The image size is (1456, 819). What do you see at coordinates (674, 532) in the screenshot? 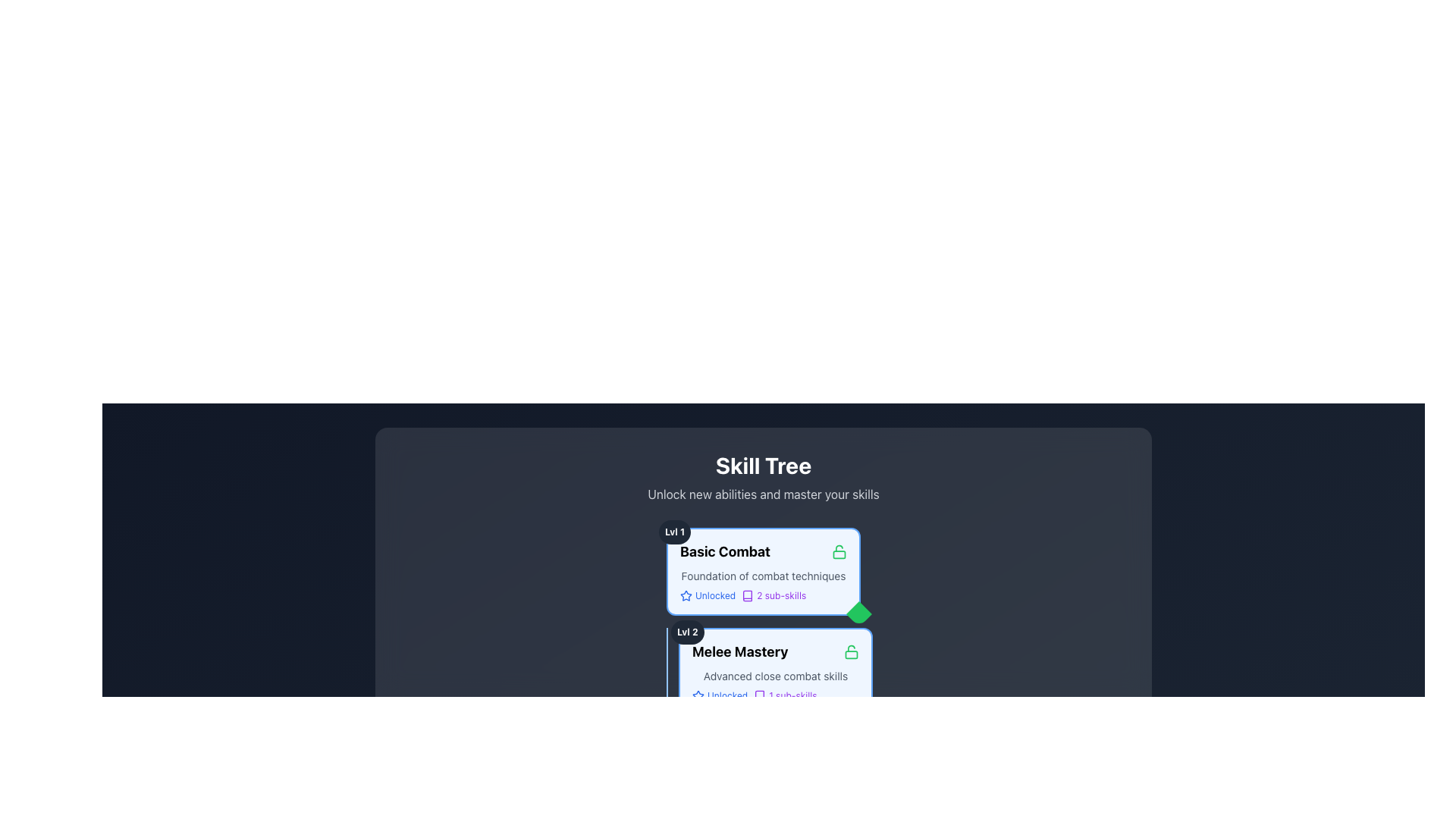
I see `the circular badge with a dark gray background and white bold text displaying 'Lvl 1', located near the top-left corner of the 'Basic Combat' card in the skill tree interface` at bounding box center [674, 532].